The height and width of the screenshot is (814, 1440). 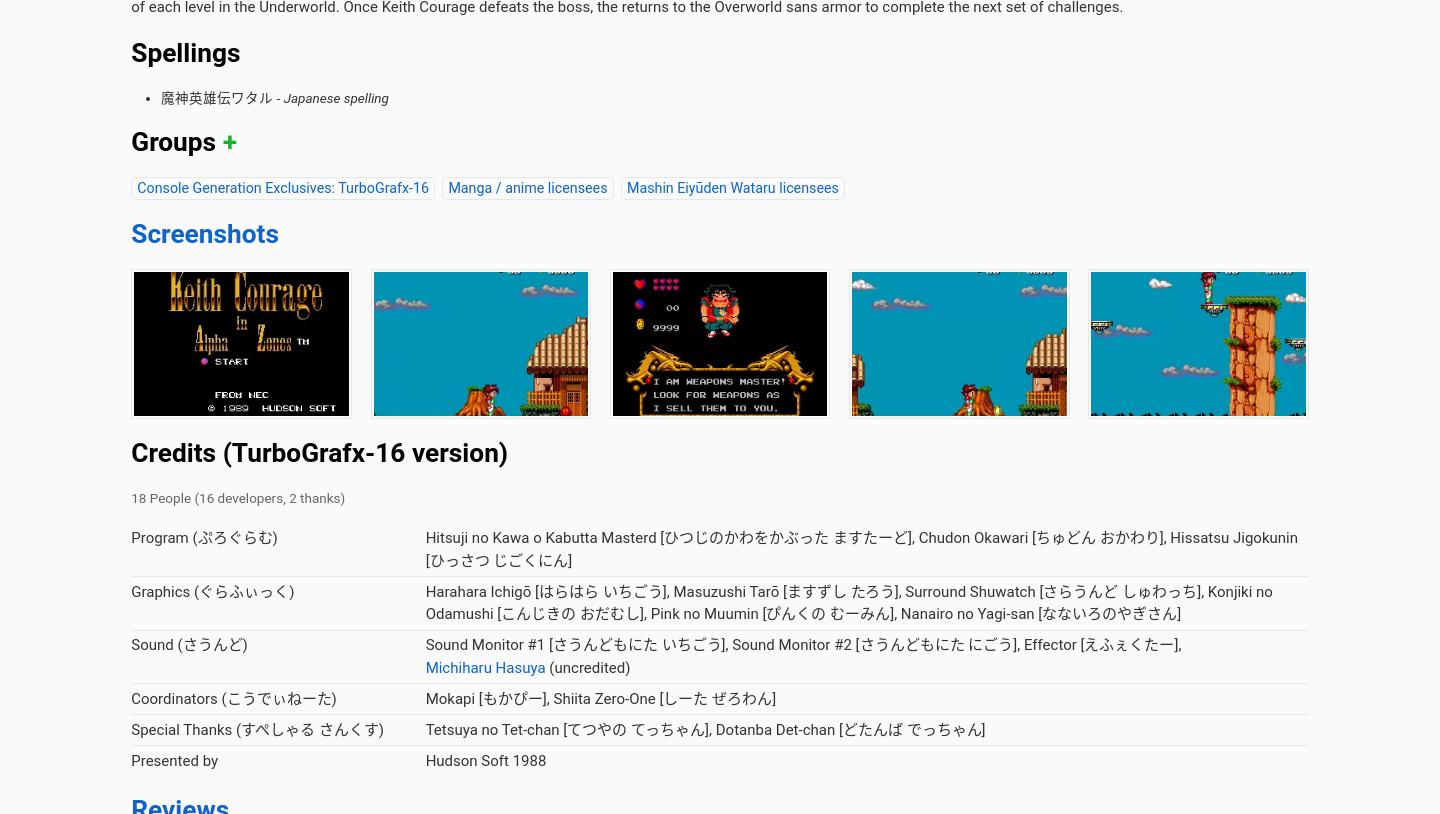 I want to click on 'Alaka', so click(x=499, y=274).